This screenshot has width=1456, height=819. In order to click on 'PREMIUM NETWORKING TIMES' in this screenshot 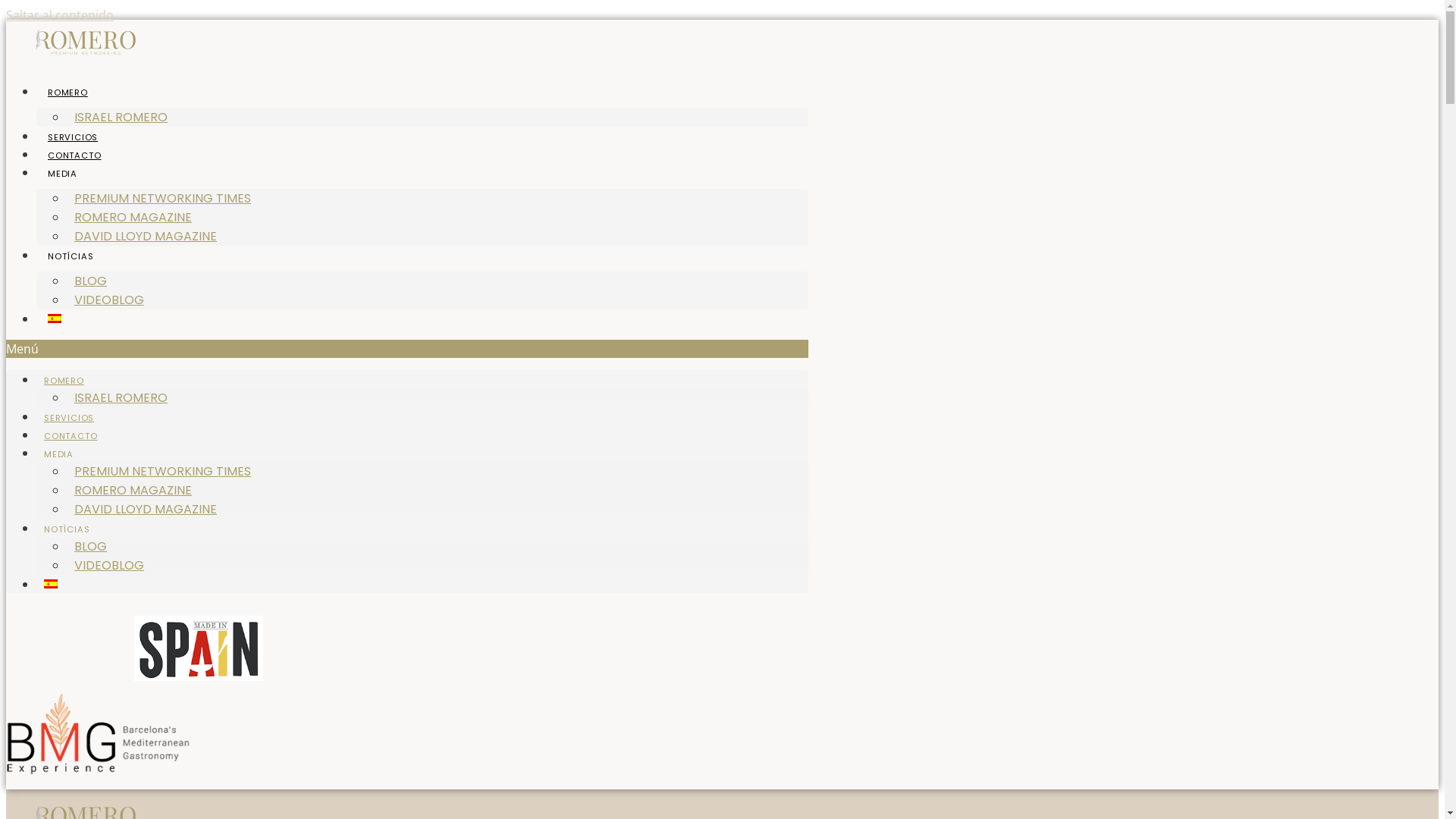, I will do `click(162, 470)`.